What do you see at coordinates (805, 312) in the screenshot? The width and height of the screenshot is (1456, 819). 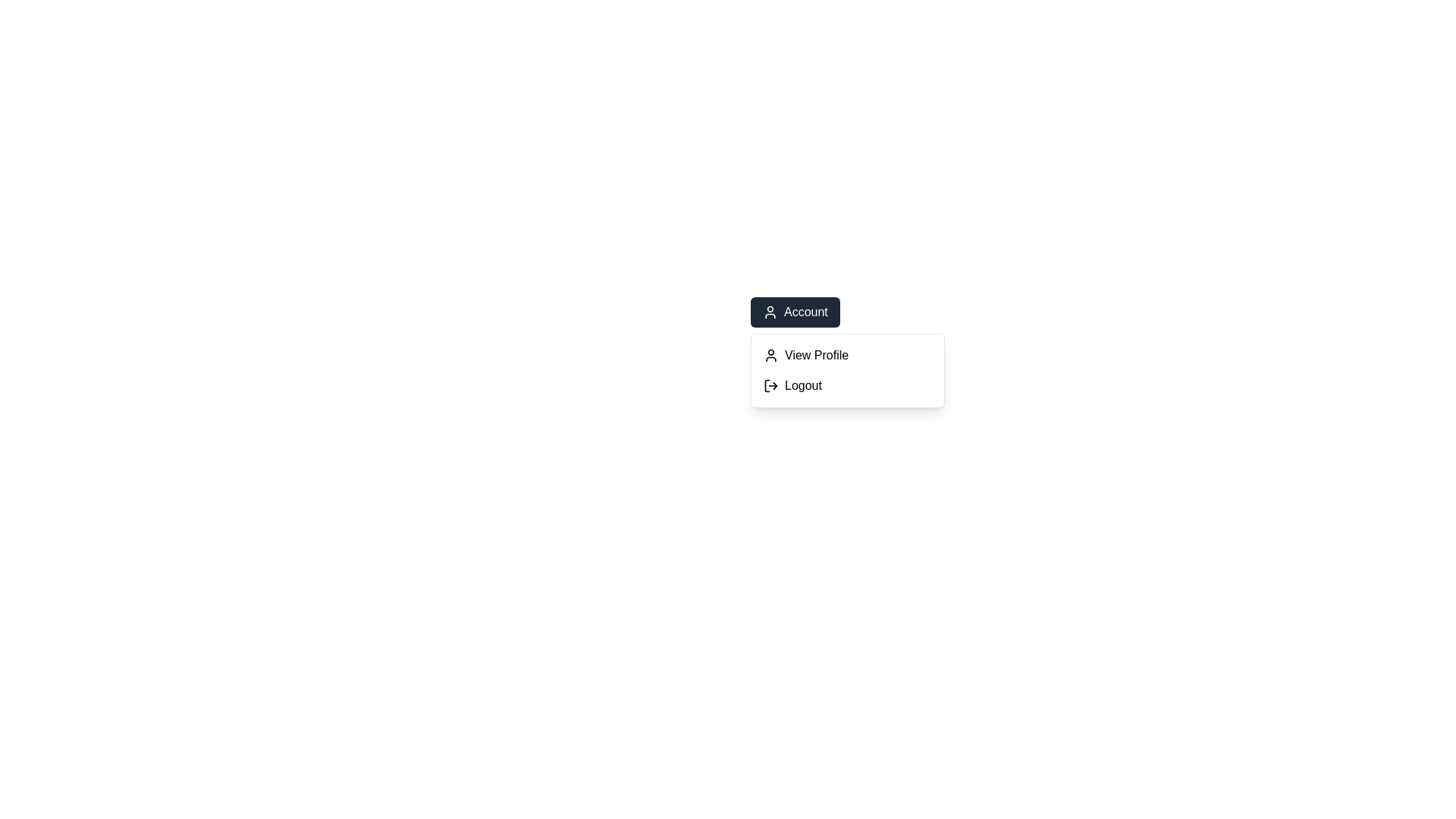 I see `the account-related text label located in the dropdown menu group in the top-right section of the interface` at bounding box center [805, 312].